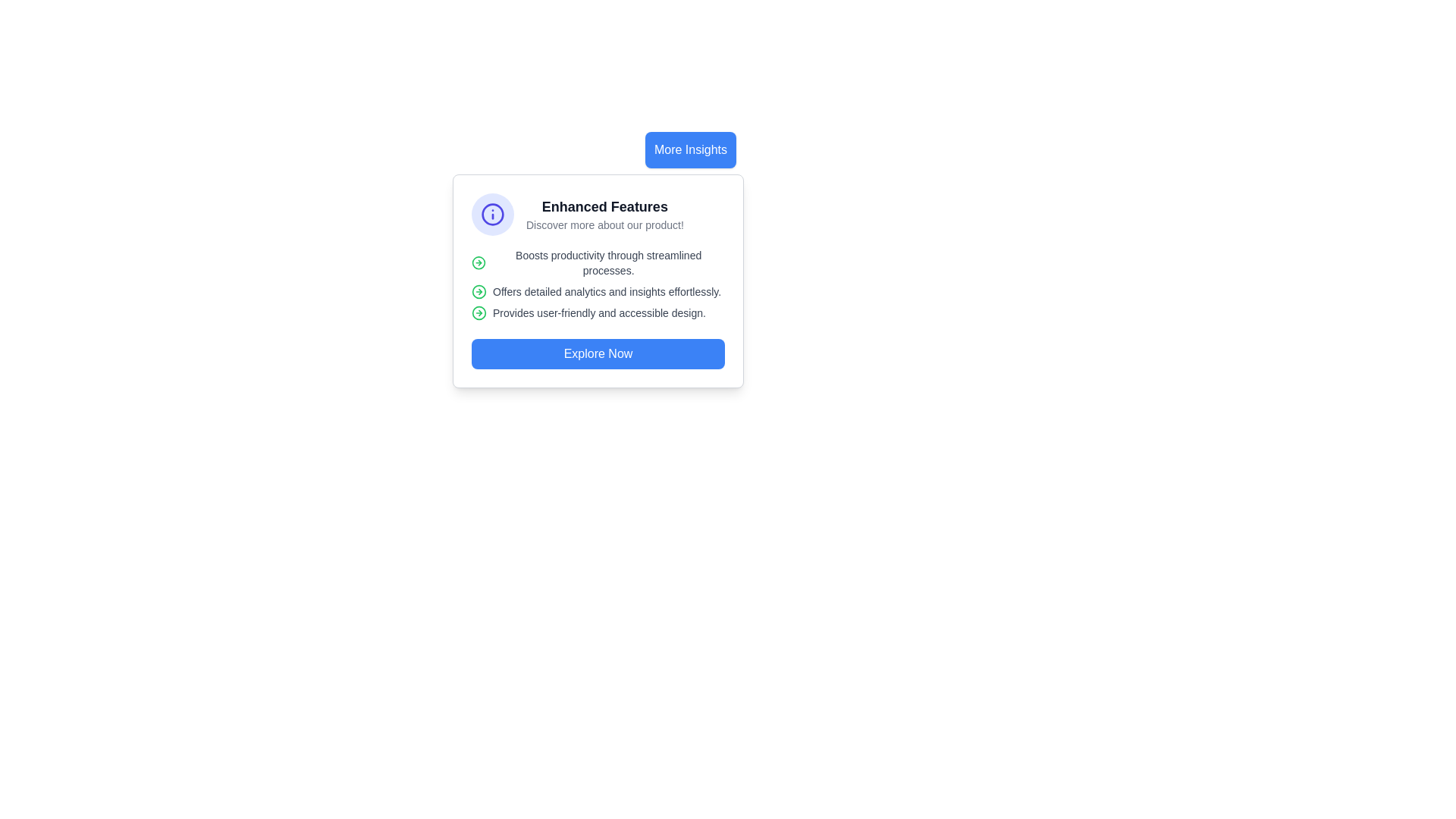 This screenshot has height=819, width=1456. I want to click on the green circle icon with a rightward arrow, located at the leftmost side of the bullet point stating 'Provides user-friendly and accessible design.', so click(479, 312).